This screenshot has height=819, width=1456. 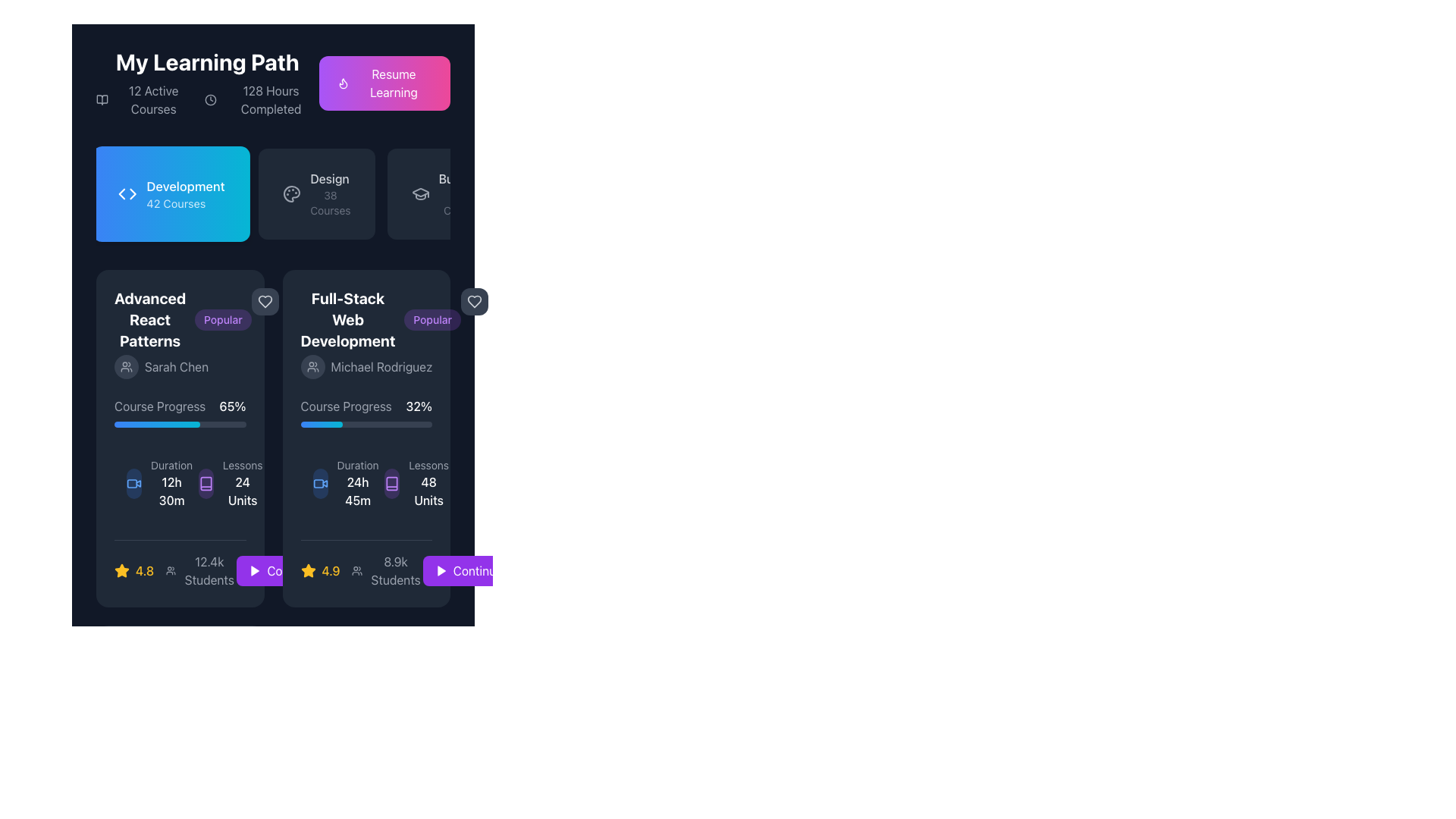 What do you see at coordinates (255, 570) in the screenshot?
I see `the play icon, which is a purple triangle pointing right, located within the 'Continue' button at the bottom-right of the interface` at bounding box center [255, 570].